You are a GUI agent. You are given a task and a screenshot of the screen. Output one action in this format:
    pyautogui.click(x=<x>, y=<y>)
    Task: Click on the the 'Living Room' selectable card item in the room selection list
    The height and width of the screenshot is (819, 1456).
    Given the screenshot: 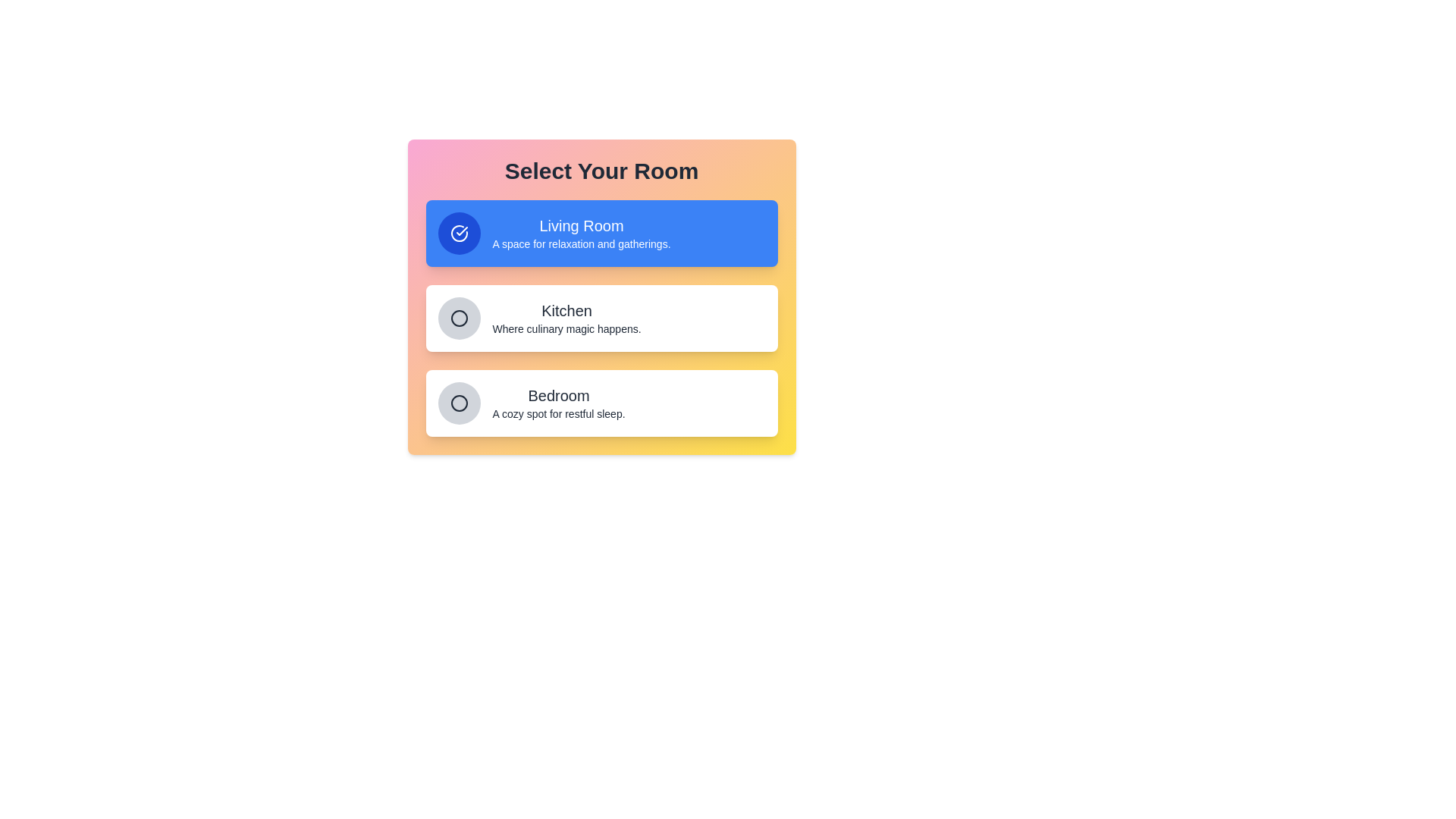 What is the action you would take?
    pyautogui.click(x=601, y=234)
    